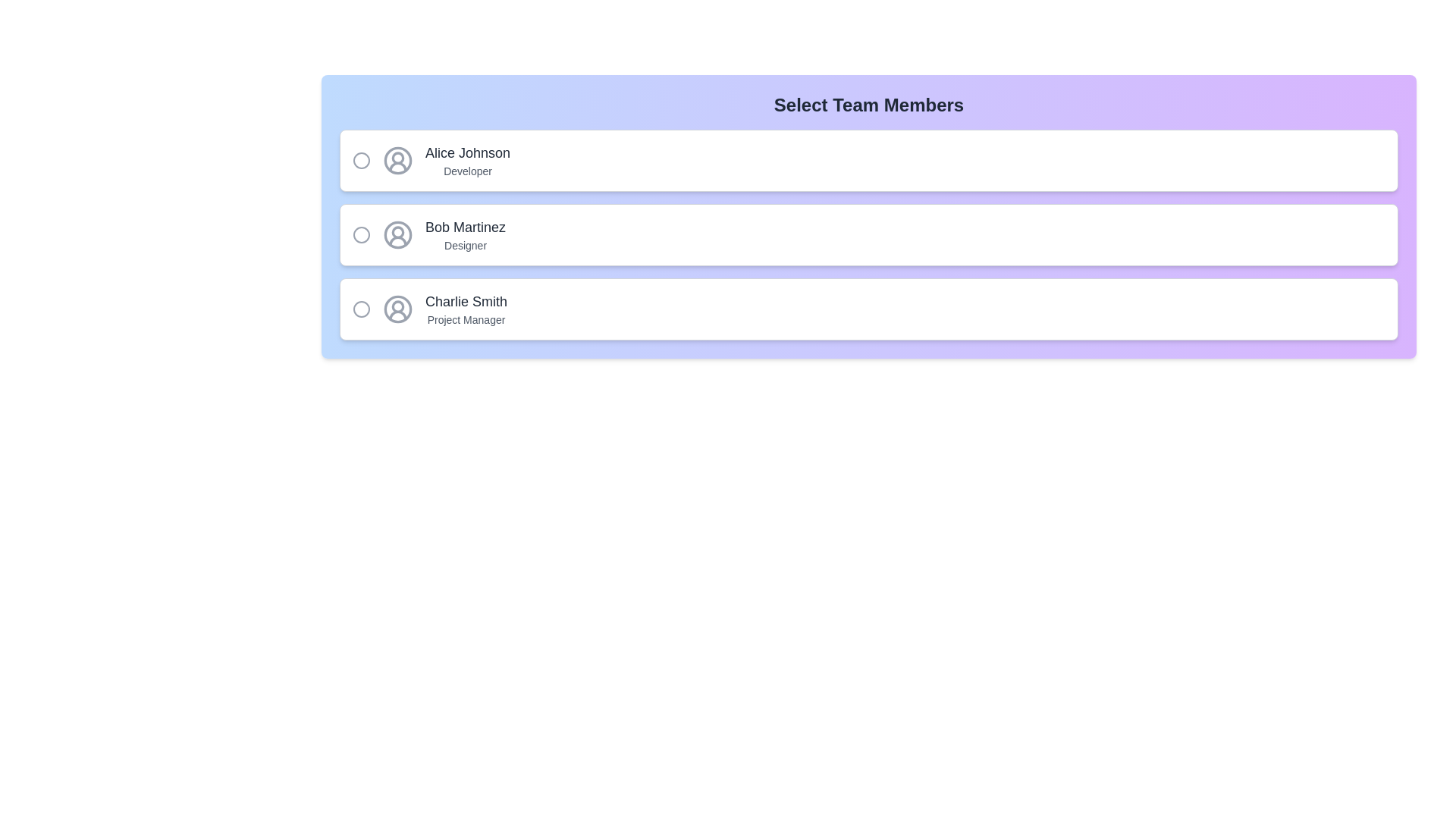  I want to click on the circular checkbox icon adjacent to the text 'Charlie Smith', so click(360, 309).